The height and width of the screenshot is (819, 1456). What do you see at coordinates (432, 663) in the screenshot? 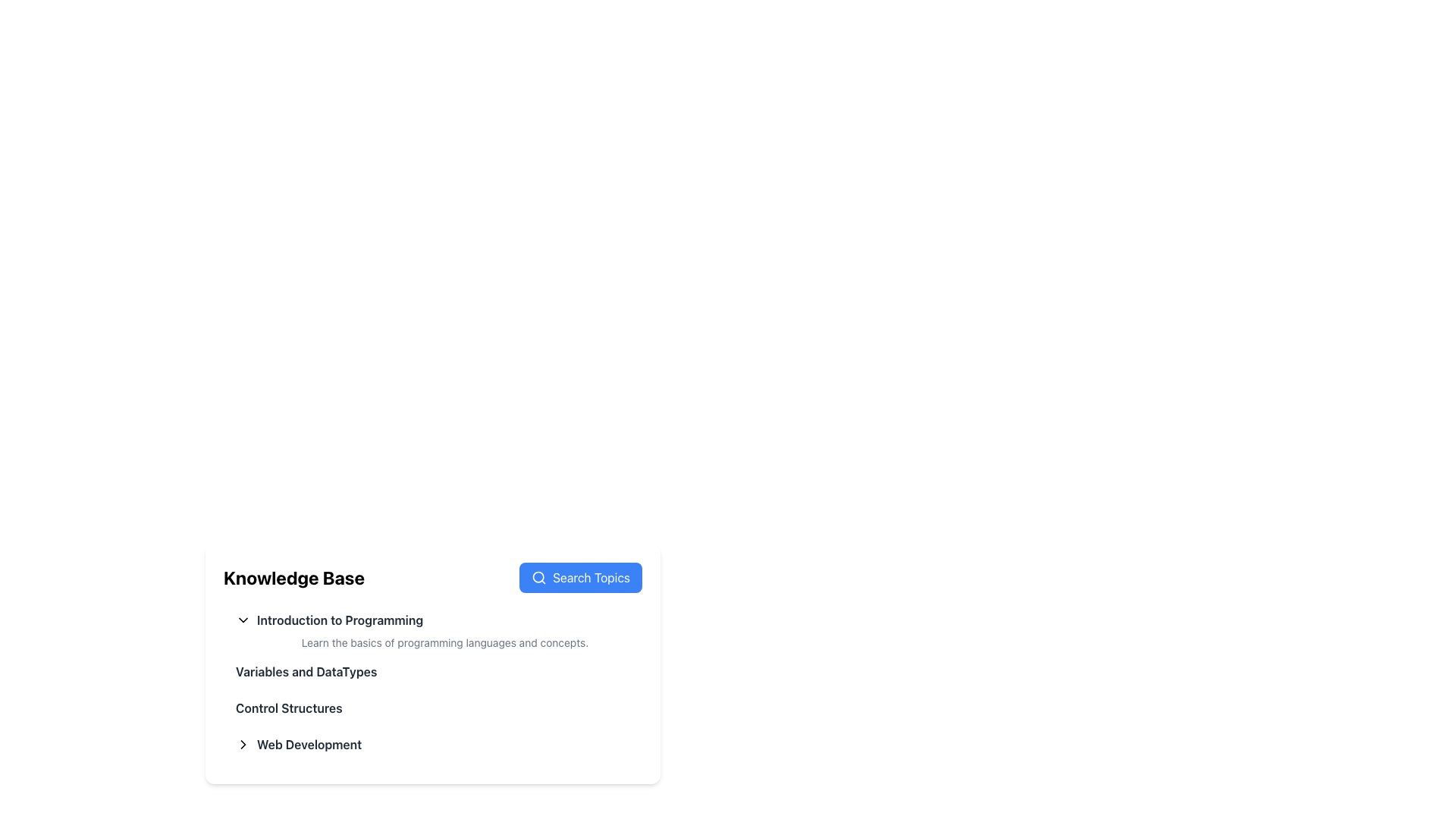
I see `the interactive list item labeled 'Variables and DataTypes'` at bounding box center [432, 663].